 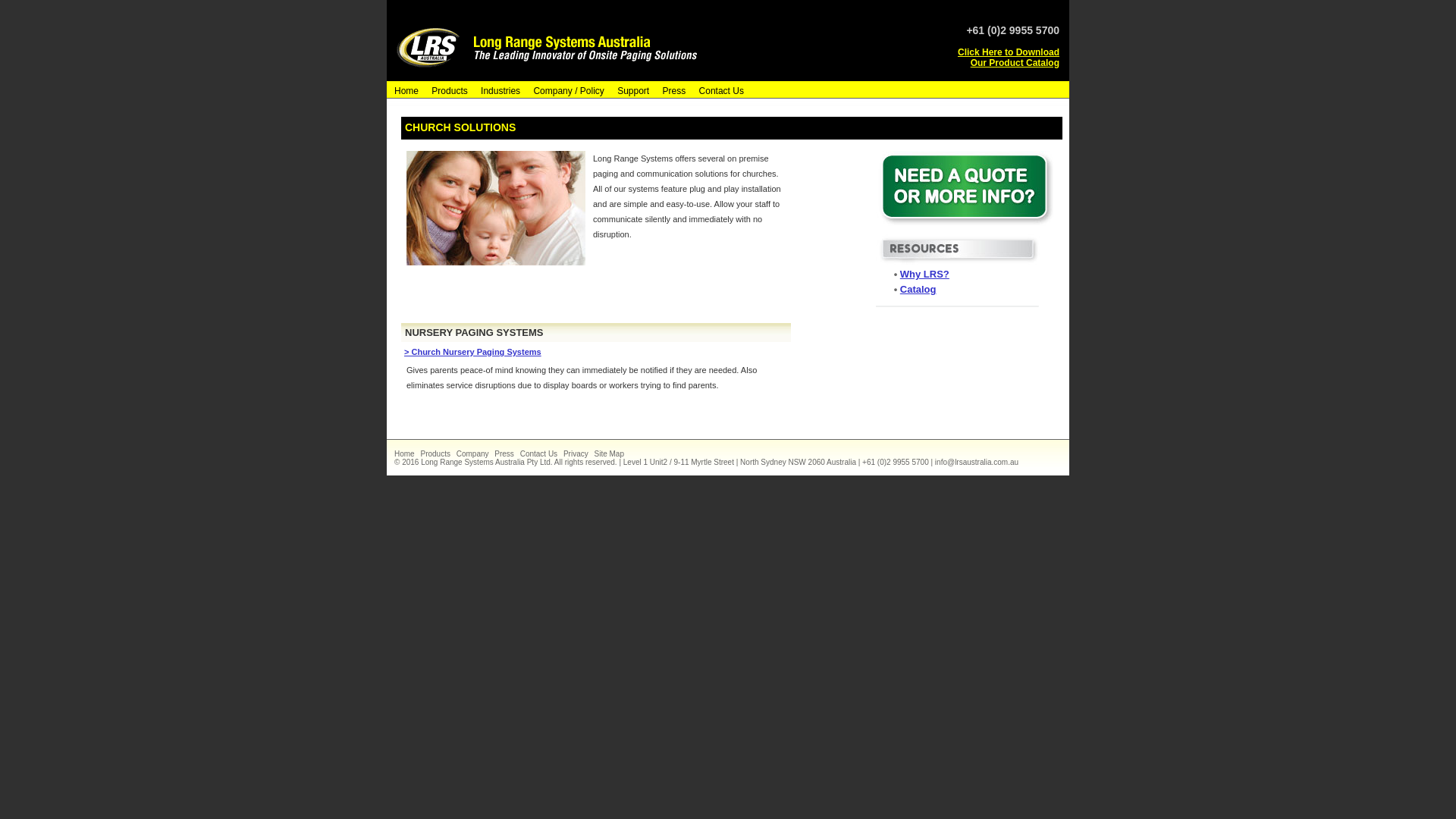 I want to click on 'Company', so click(x=473, y=452).